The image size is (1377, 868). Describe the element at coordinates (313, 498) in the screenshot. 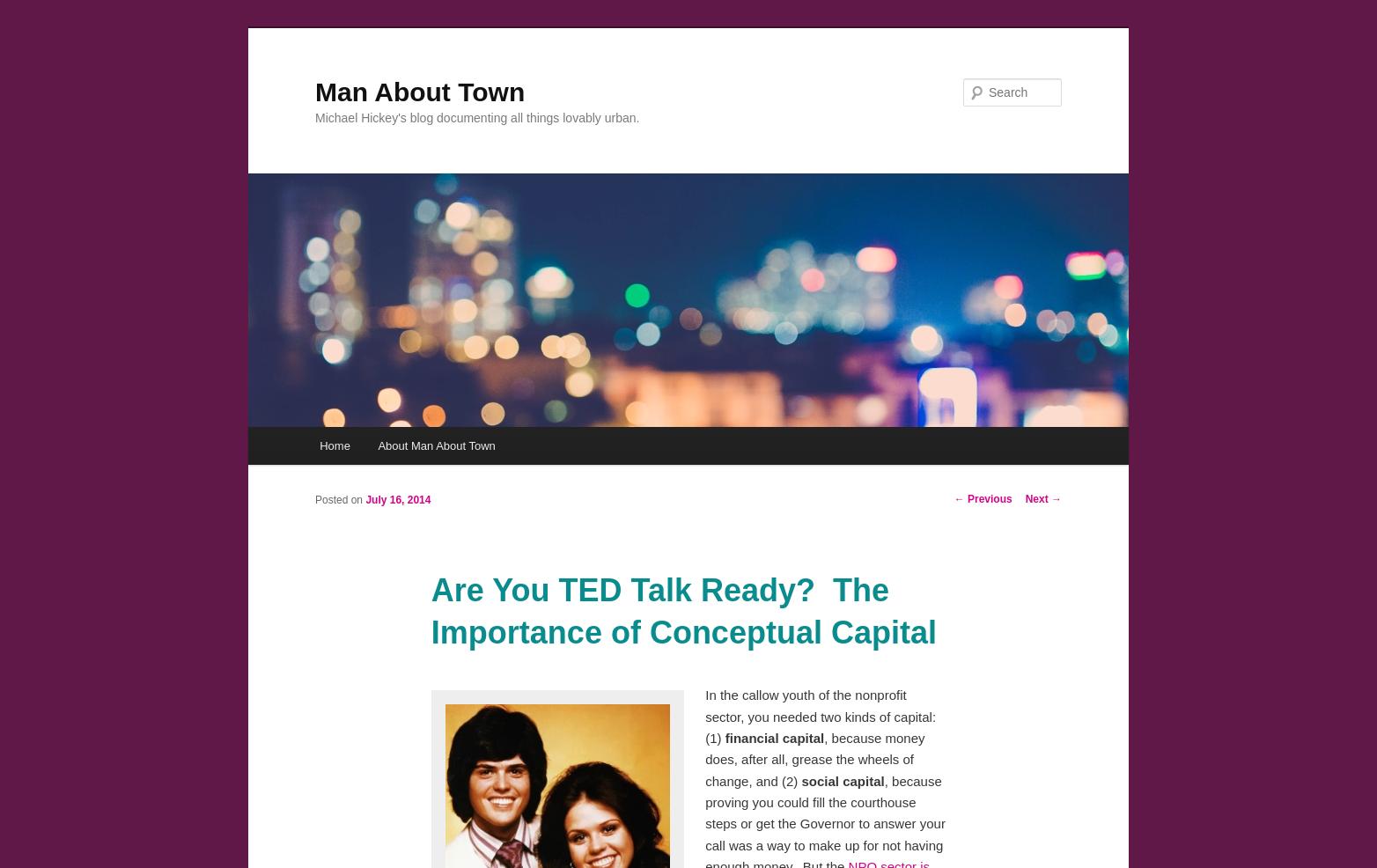

I see `'Posted on'` at that location.